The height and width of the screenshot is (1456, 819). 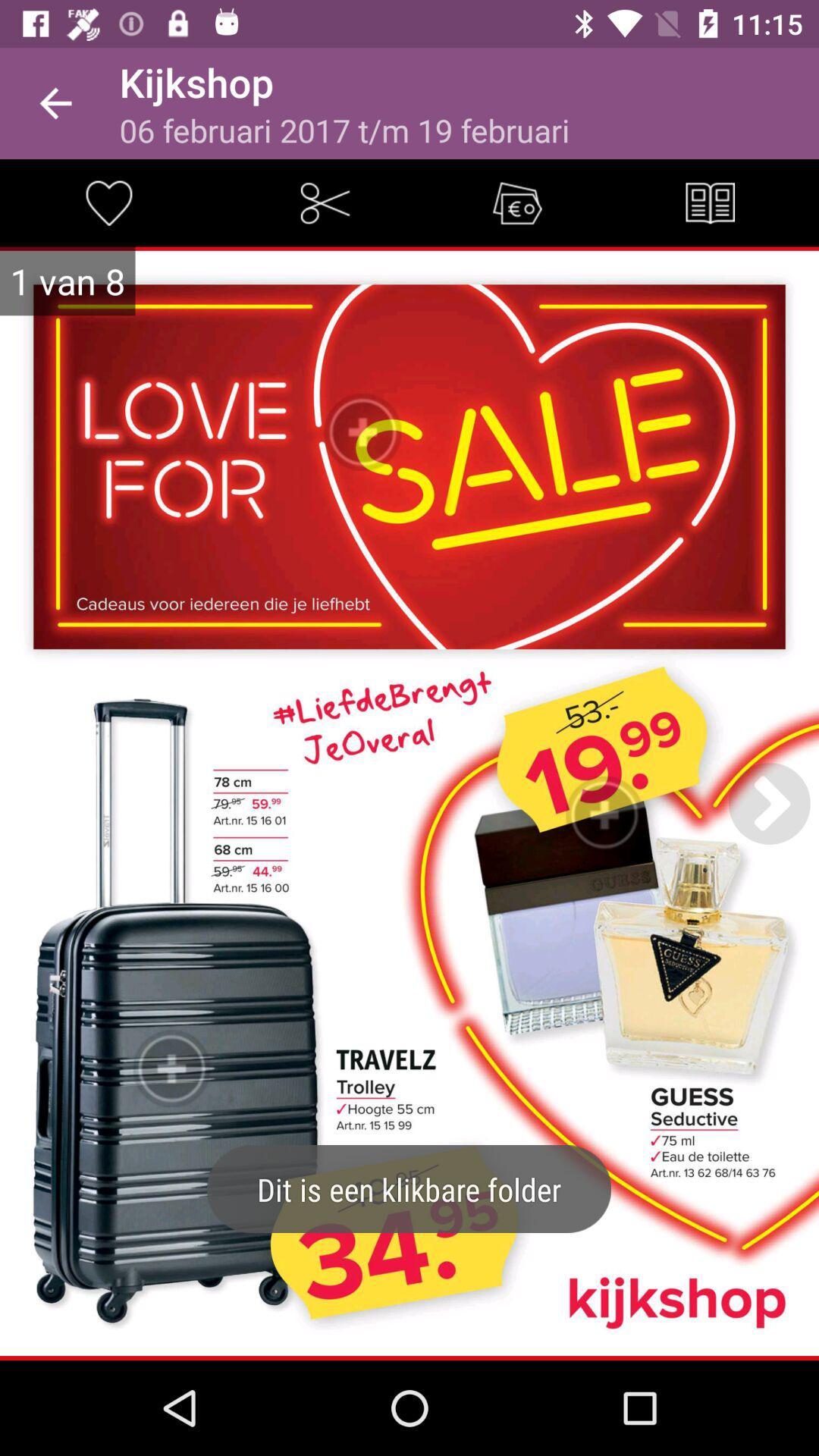 What do you see at coordinates (55, 102) in the screenshot?
I see `item to the left of kijkshop icon` at bounding box center [55, 102].